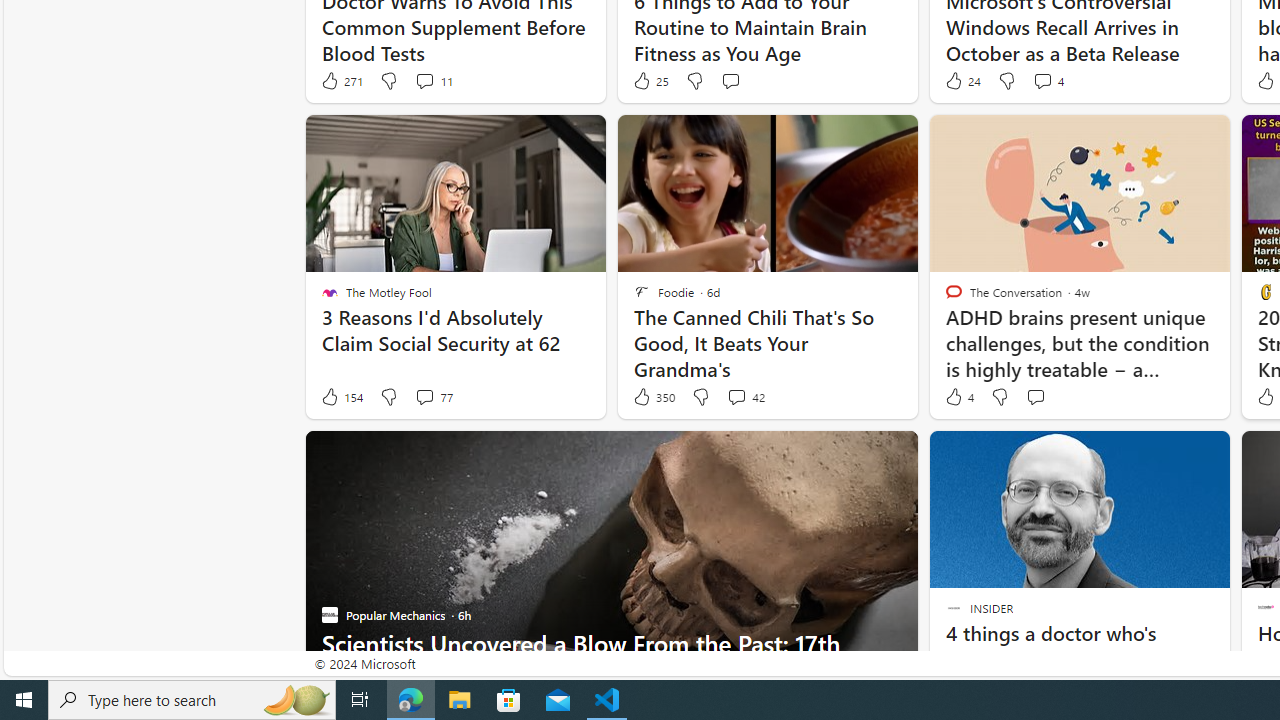 Image resolution: width=1280 pixels, height=720 pixels. Describe the element at coordinates (735, 397) in the screenshot. I see `'View comments 42 Comment'` at that location.